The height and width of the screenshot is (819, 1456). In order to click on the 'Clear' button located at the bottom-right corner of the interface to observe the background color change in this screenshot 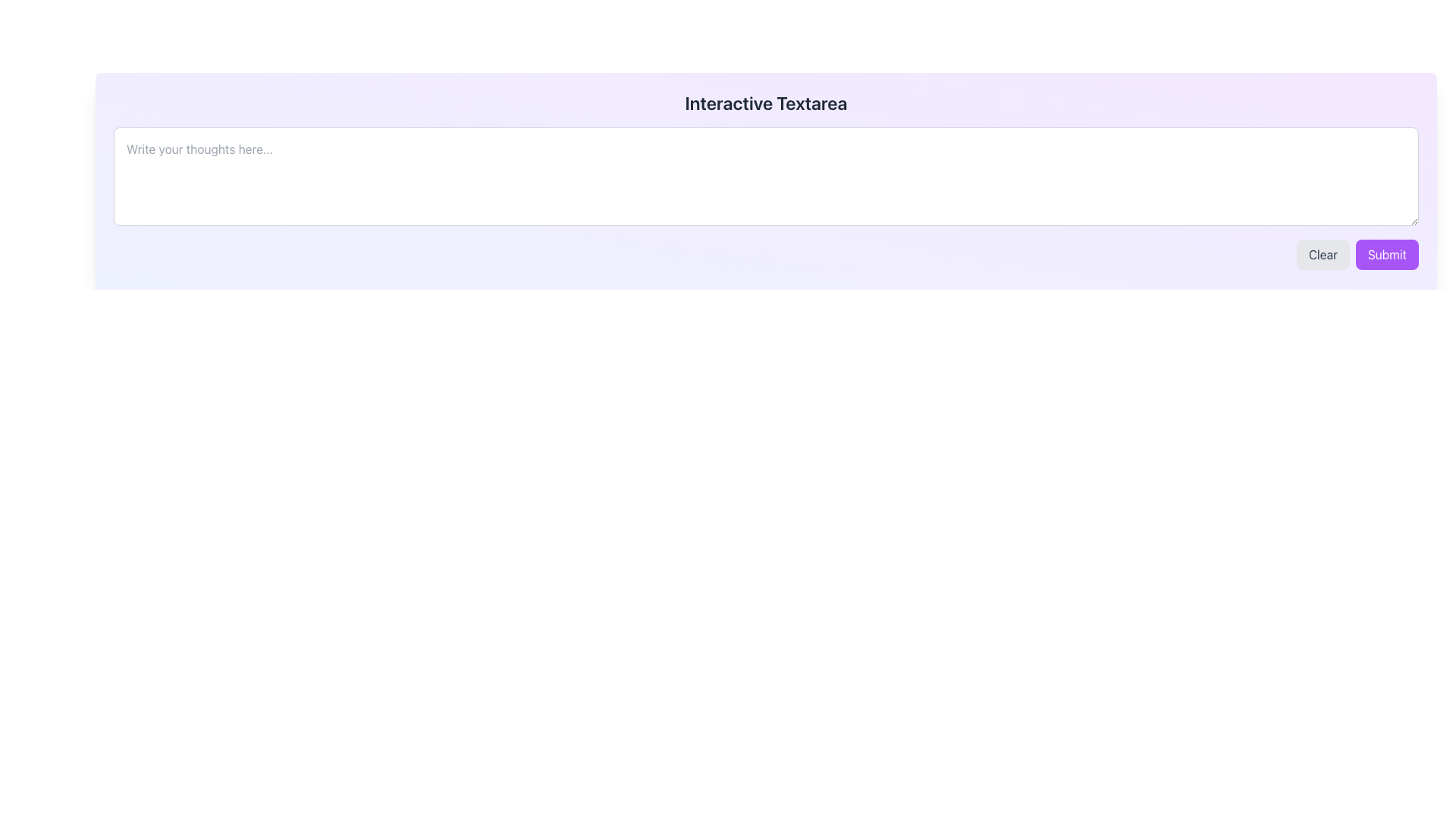, I will do `click(1322, 253)`.